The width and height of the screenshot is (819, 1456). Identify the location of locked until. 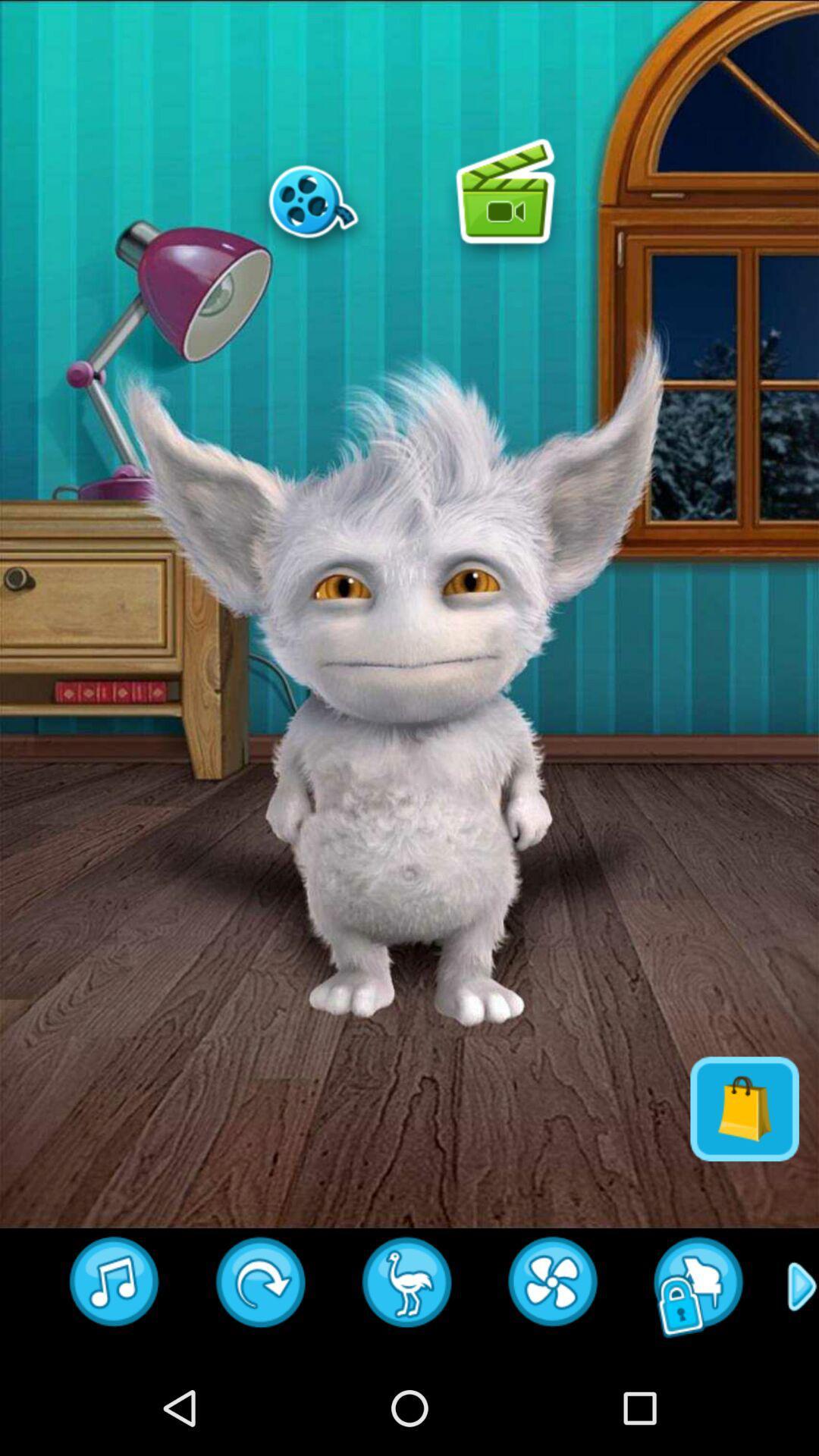
(699, 1286).